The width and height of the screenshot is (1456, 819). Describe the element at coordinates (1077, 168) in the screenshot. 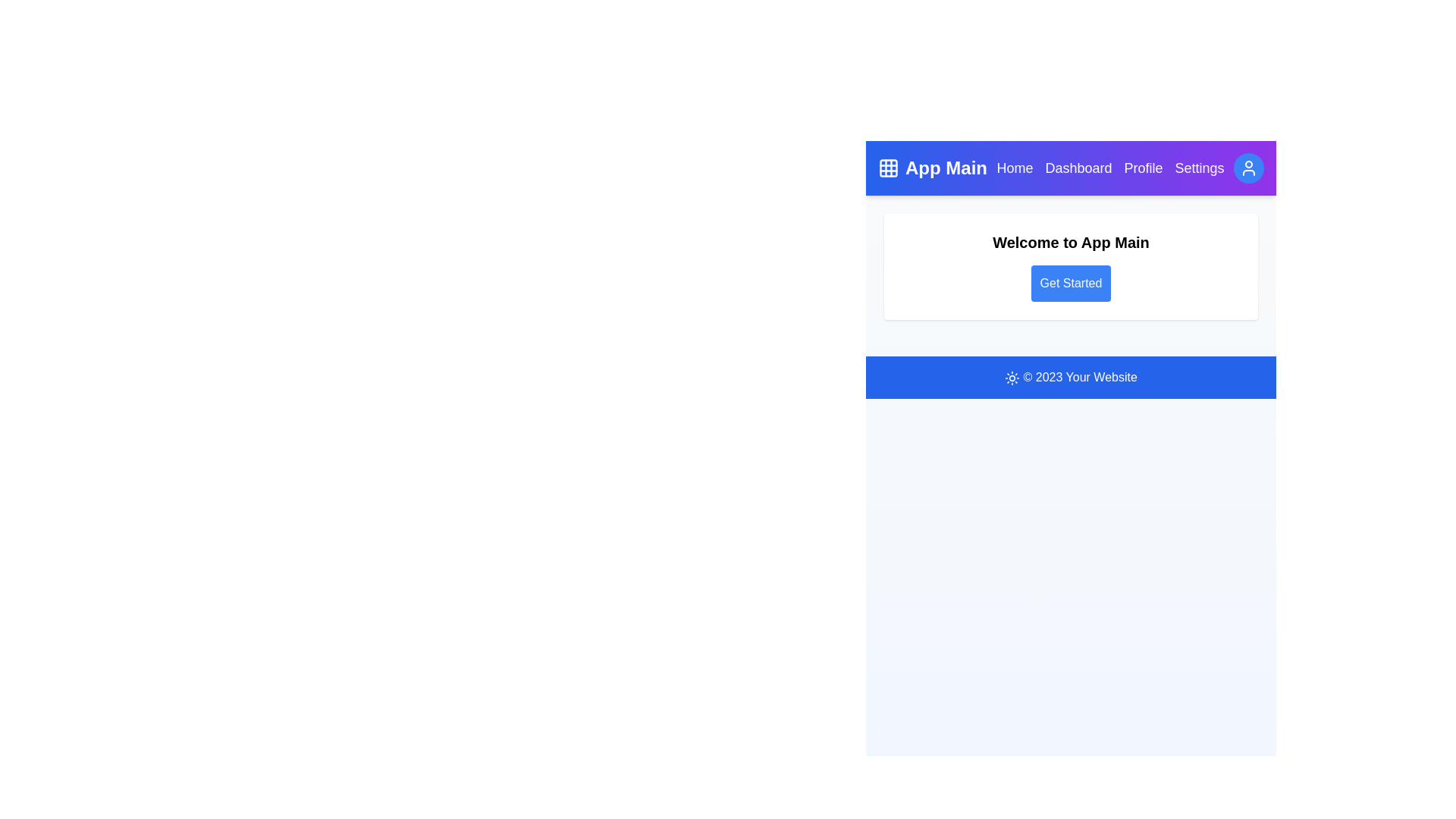

I see `the navigation link labeled Dashboard to navigate to the corresponding section` at that location.